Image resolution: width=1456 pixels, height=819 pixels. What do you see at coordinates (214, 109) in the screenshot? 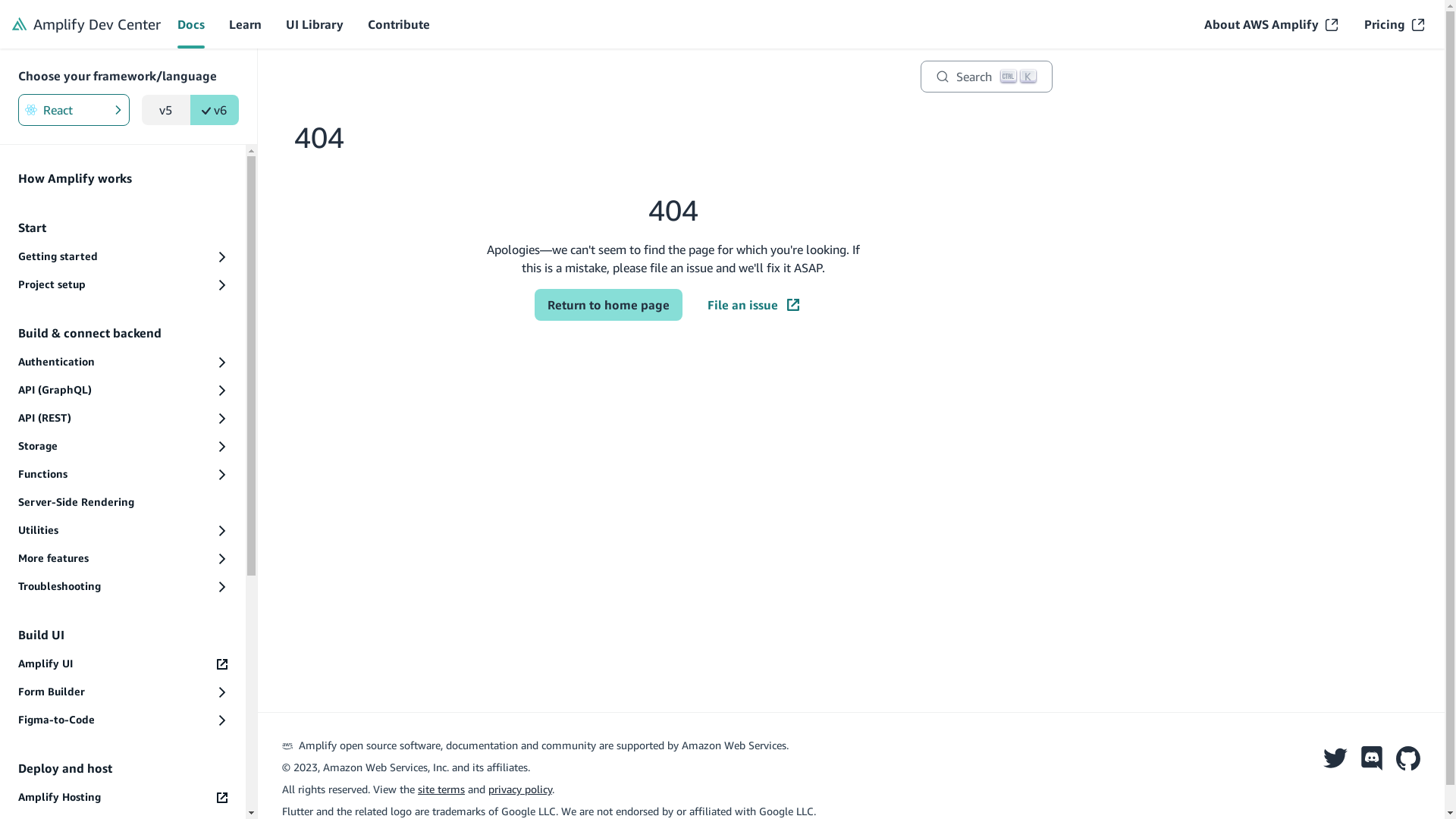
I see `'v6'` at bounding box center [214, 109].